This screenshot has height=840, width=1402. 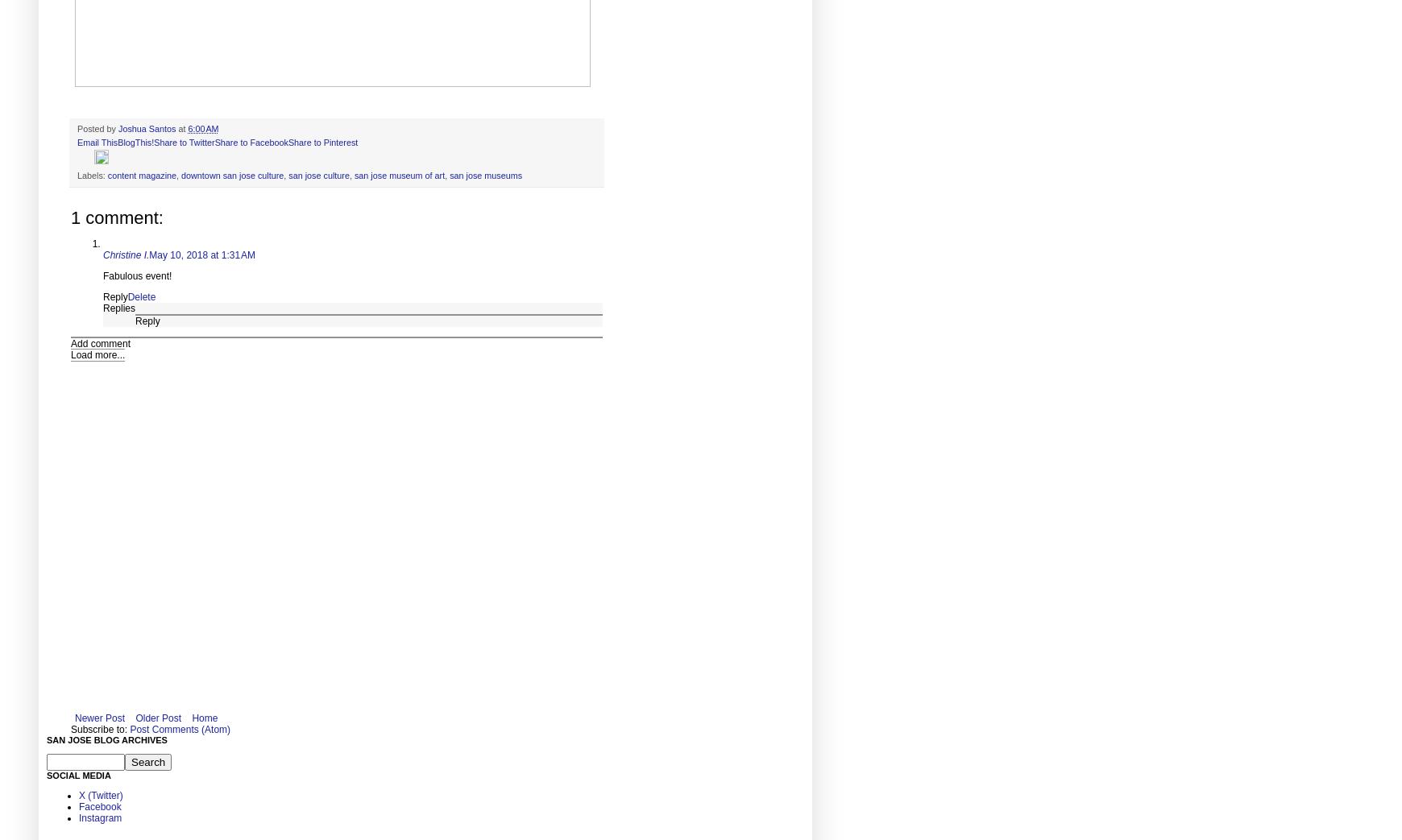 I want to click on 'Posted by', so click(x=97, y=126).